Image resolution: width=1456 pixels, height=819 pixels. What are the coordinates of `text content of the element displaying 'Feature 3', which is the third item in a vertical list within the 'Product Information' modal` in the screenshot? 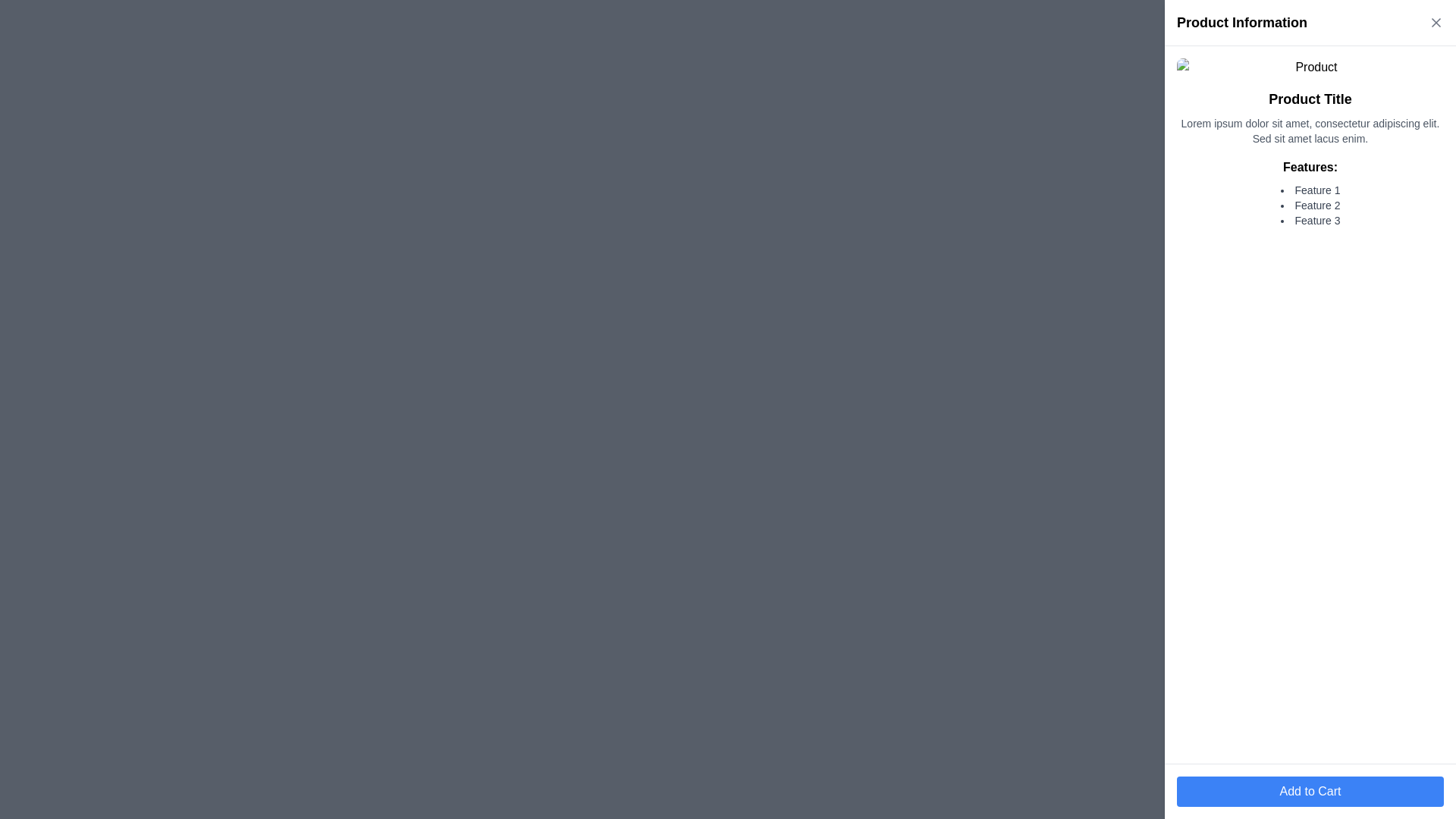 It's located at (1310, 220).